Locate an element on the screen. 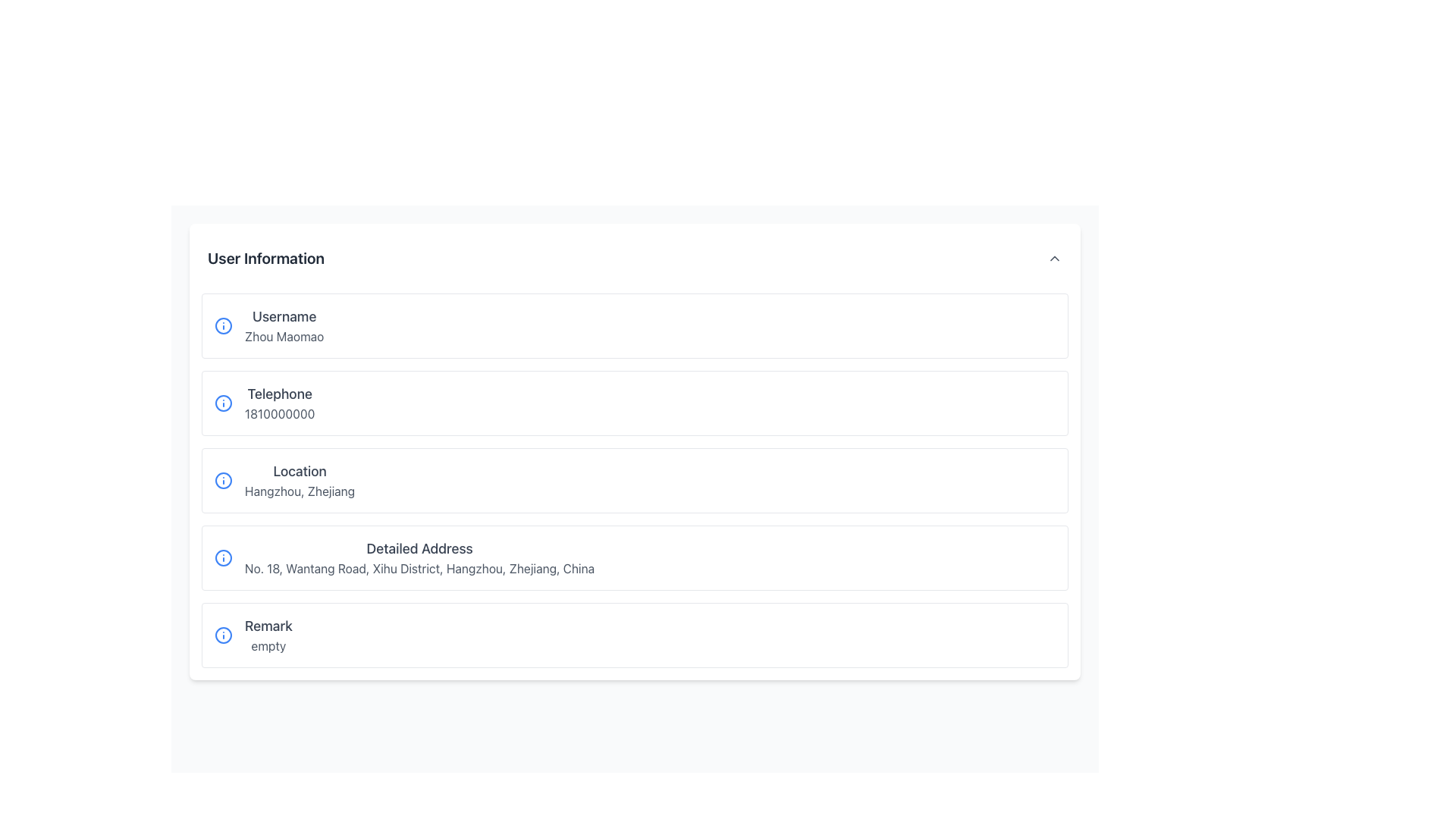 The height and width of the screenshot is (819, 1456). the Read-only Text displaying 'empty' located in the 'Remark' section of the user information panel is located at coordinates (268, 646).